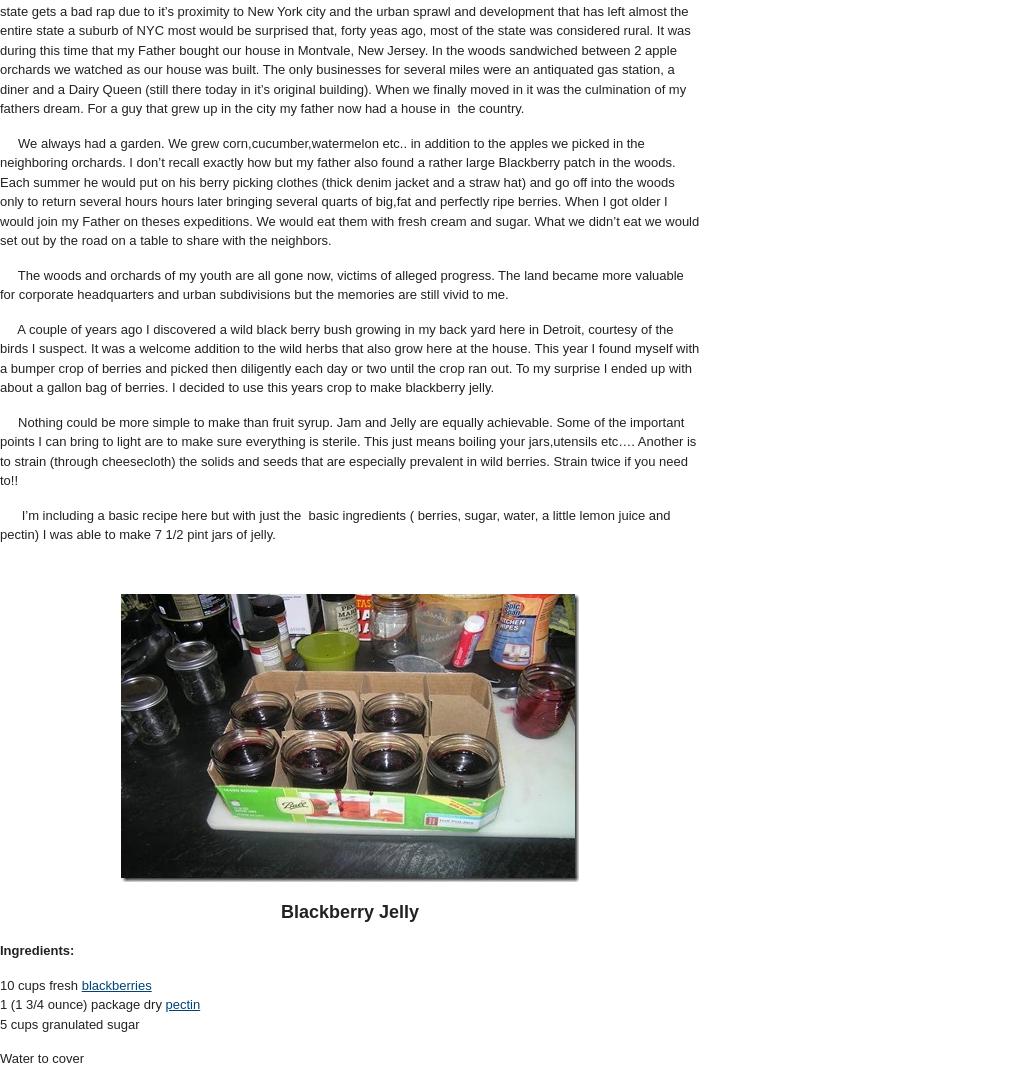 The width and height of the screenshot is (1028, 1077). Describe the element at coordinates (81, 1003) in the screenshot. I see `'1 (1 3/4 ounce) package dry'` at that location.